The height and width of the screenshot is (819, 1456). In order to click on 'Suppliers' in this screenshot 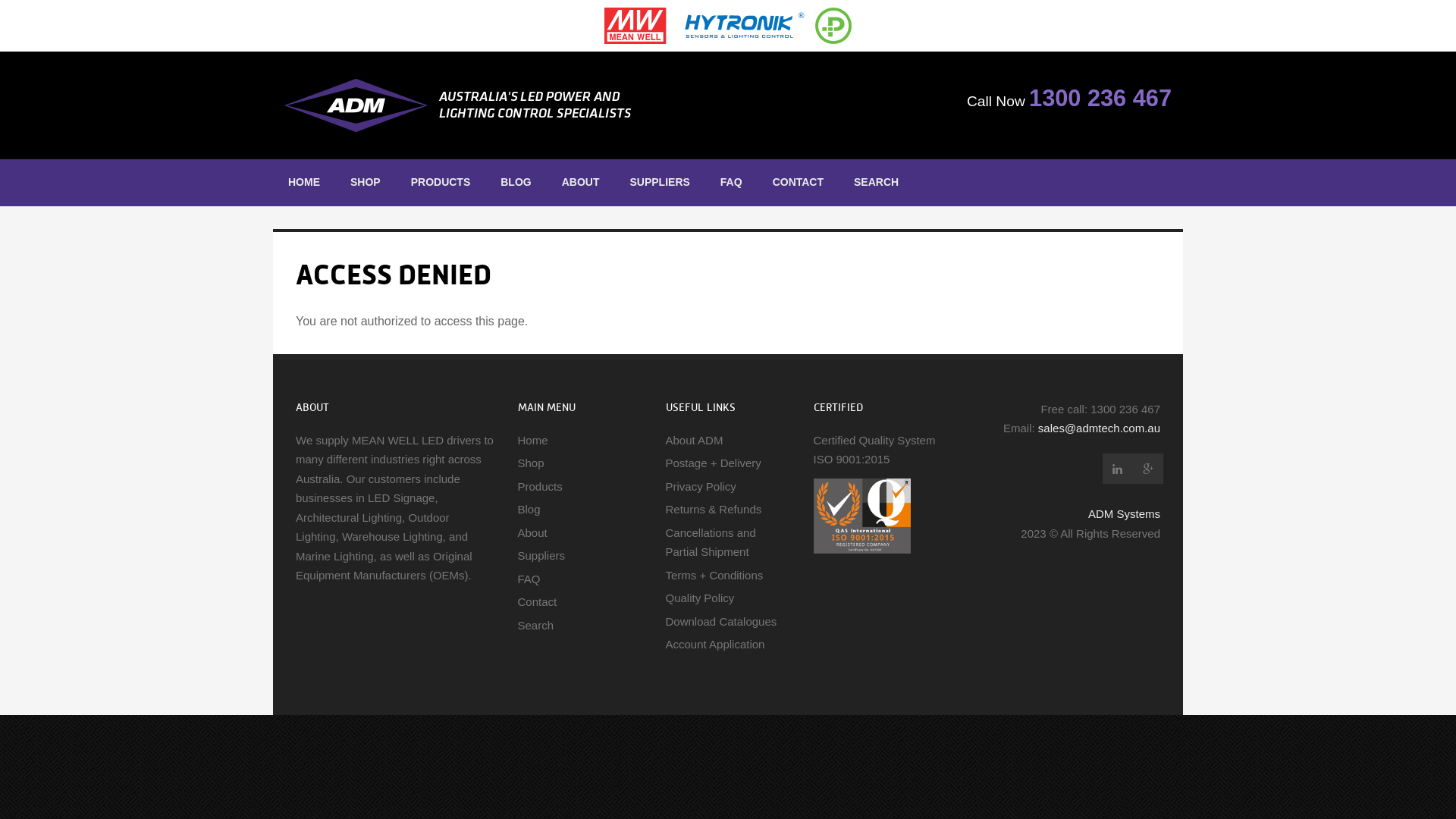, I will do `click(541, 555)`.